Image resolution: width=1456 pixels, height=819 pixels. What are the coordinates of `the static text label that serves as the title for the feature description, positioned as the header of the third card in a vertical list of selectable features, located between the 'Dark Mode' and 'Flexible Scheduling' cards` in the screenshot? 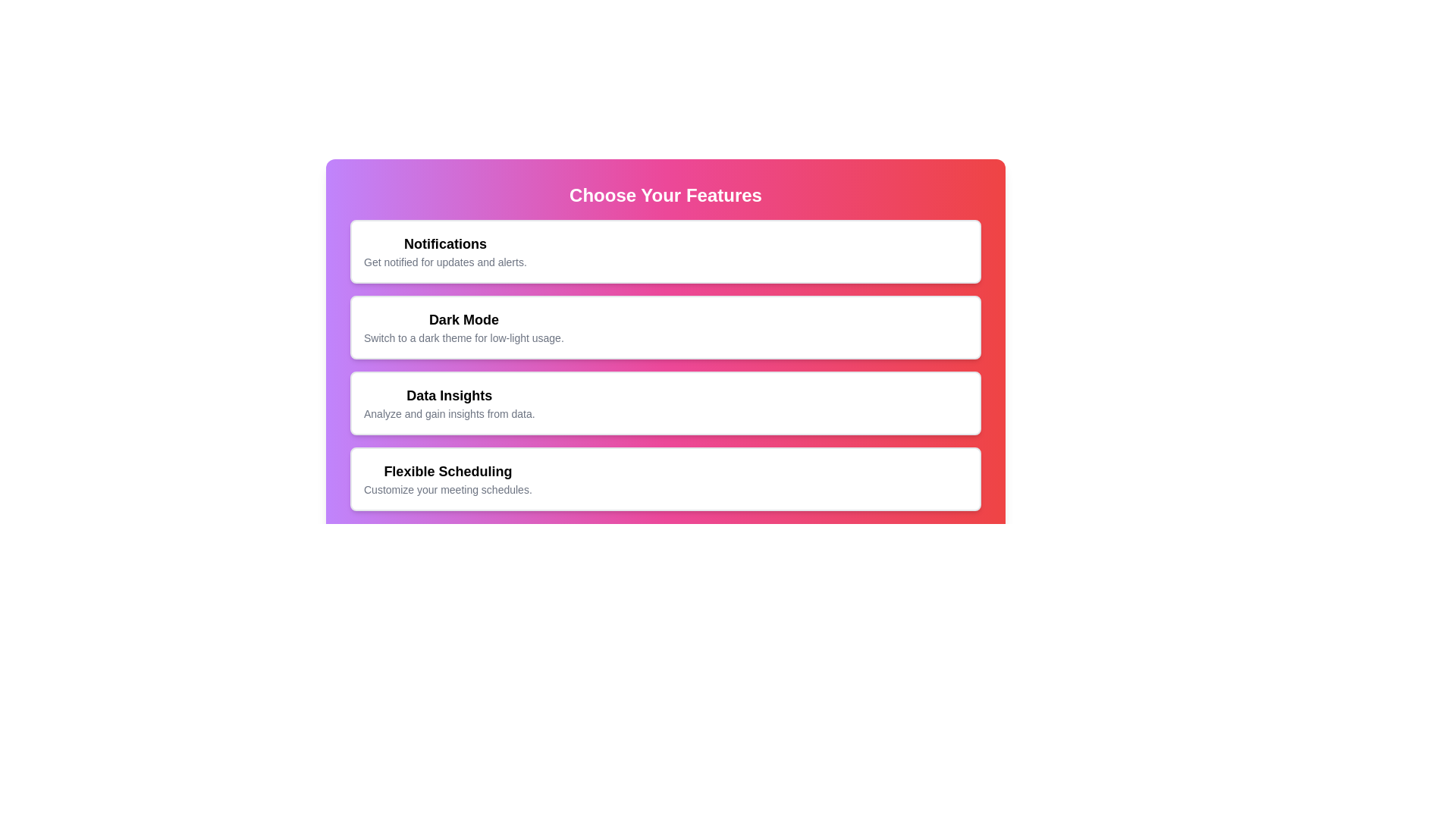 It's located at (448, 394).